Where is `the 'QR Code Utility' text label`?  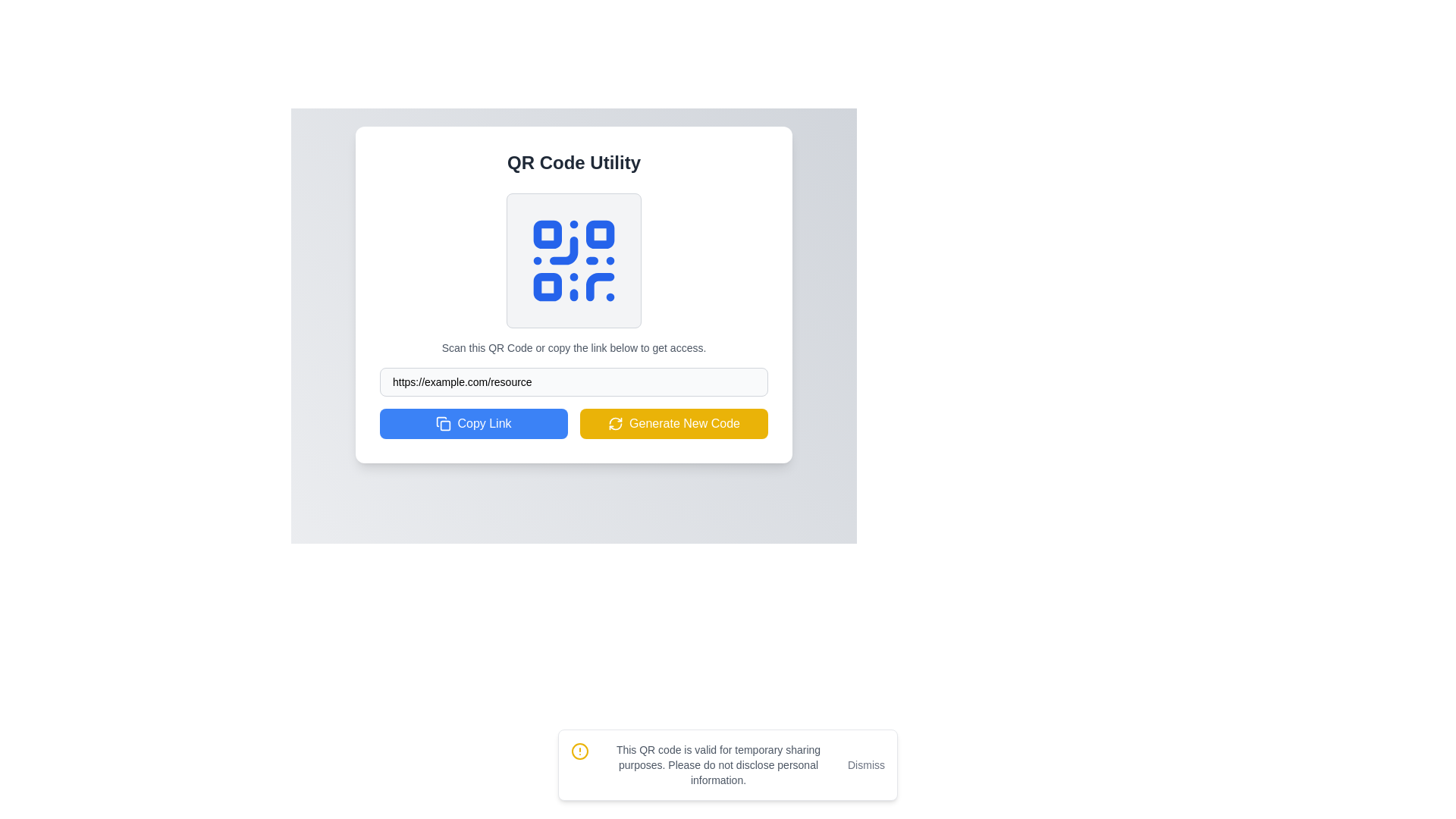
the 'QR Code Utility' text label is located at coordinates (573, 163).